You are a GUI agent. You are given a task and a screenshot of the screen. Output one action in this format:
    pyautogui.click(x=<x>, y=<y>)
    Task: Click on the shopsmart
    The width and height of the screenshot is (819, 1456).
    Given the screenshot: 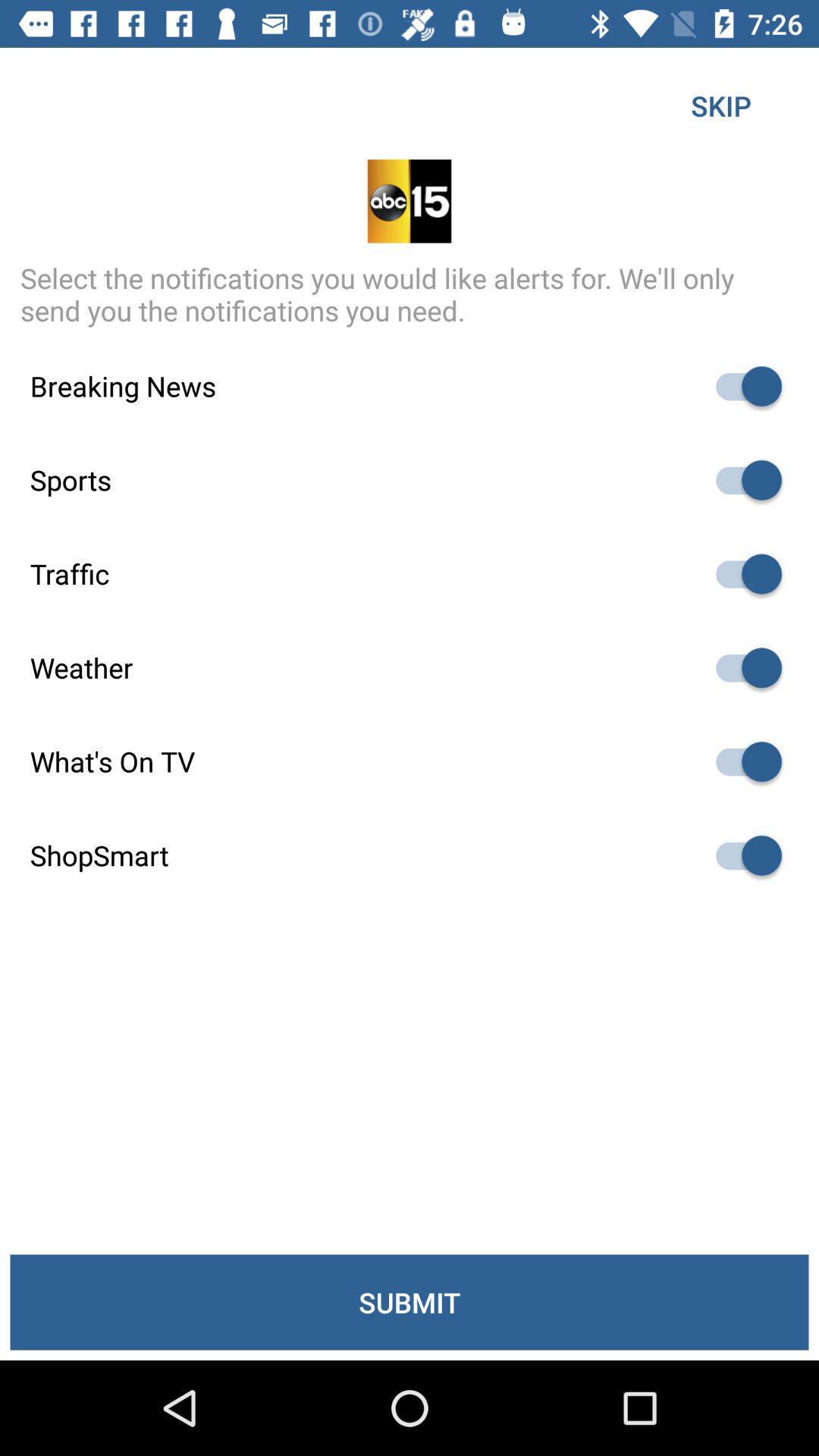 What is the action you would take?
    pyautogui.click(x=741, y=855)
    